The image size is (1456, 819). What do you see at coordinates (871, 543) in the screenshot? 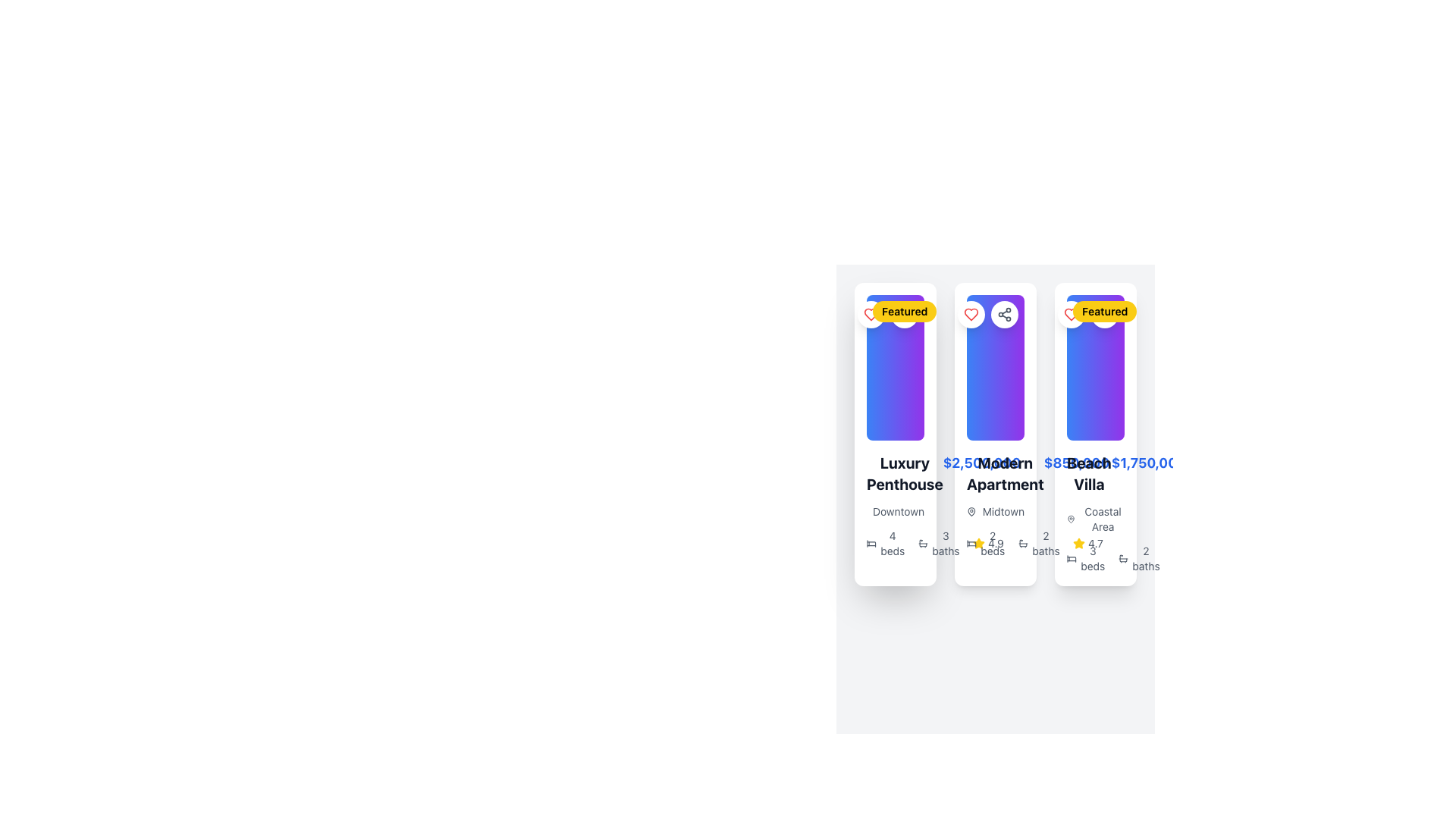
I see `the SVG icon representing a bed, which is located to the left of the '4 beds' label within the property card details section` at bounding box center [871, 543].